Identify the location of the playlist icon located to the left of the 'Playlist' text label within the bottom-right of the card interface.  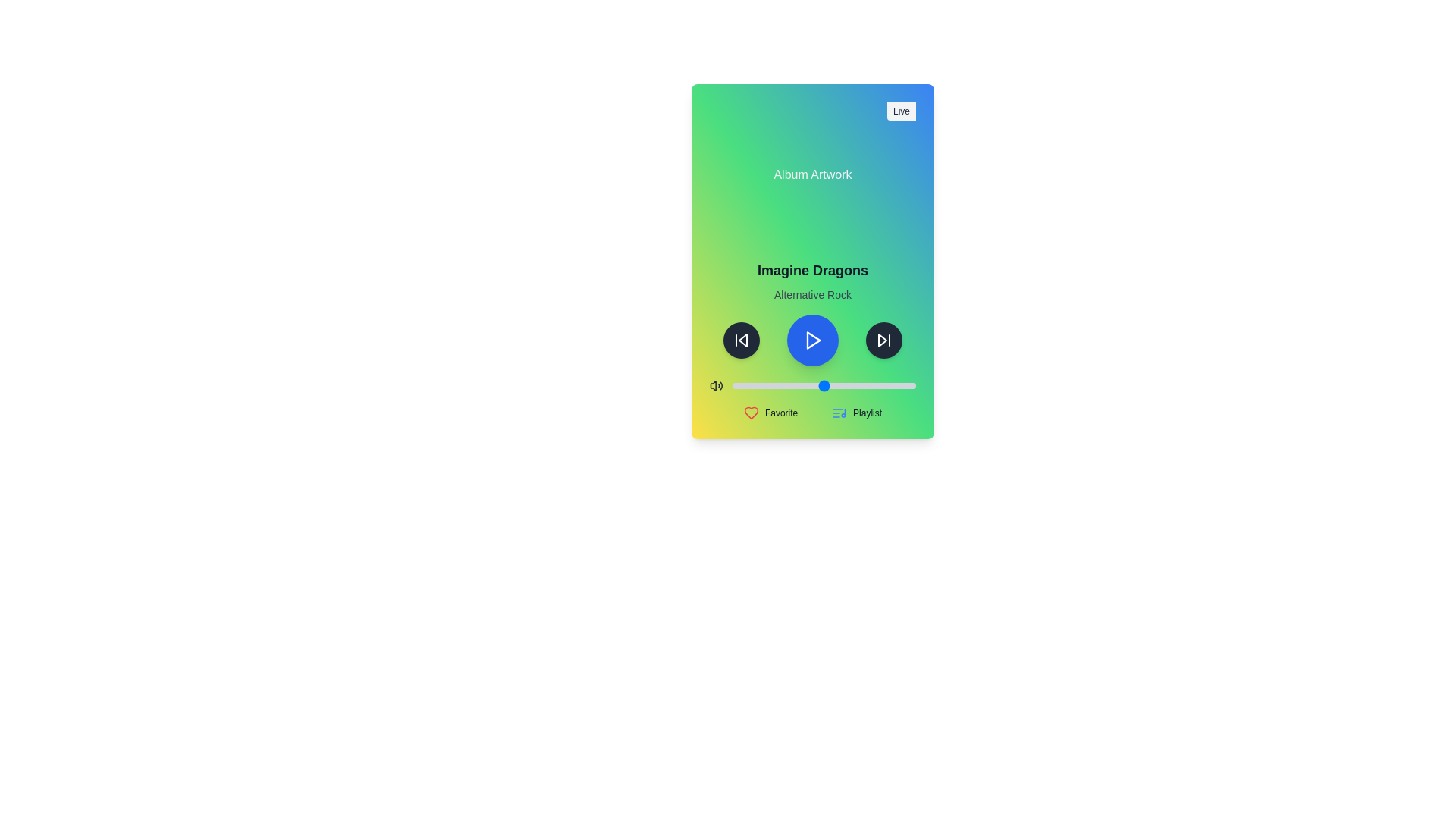
(839, 413).